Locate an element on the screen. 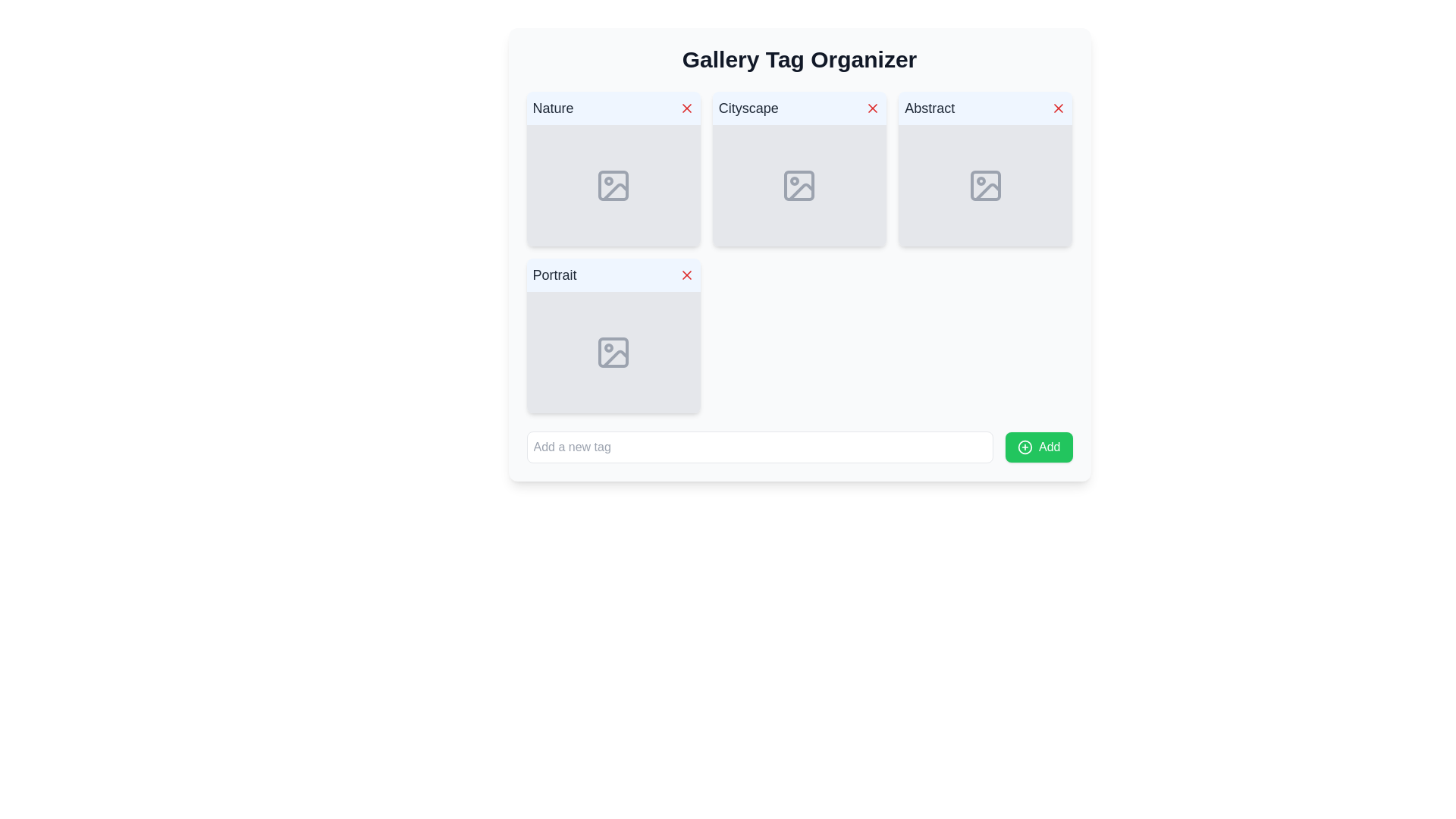 Image resolution: width=1456 pixels, height=819 pixels. the dismiss or close icon located at the upper-right corner of the 'Cityscape' tag is located at coordinates (873, 107).